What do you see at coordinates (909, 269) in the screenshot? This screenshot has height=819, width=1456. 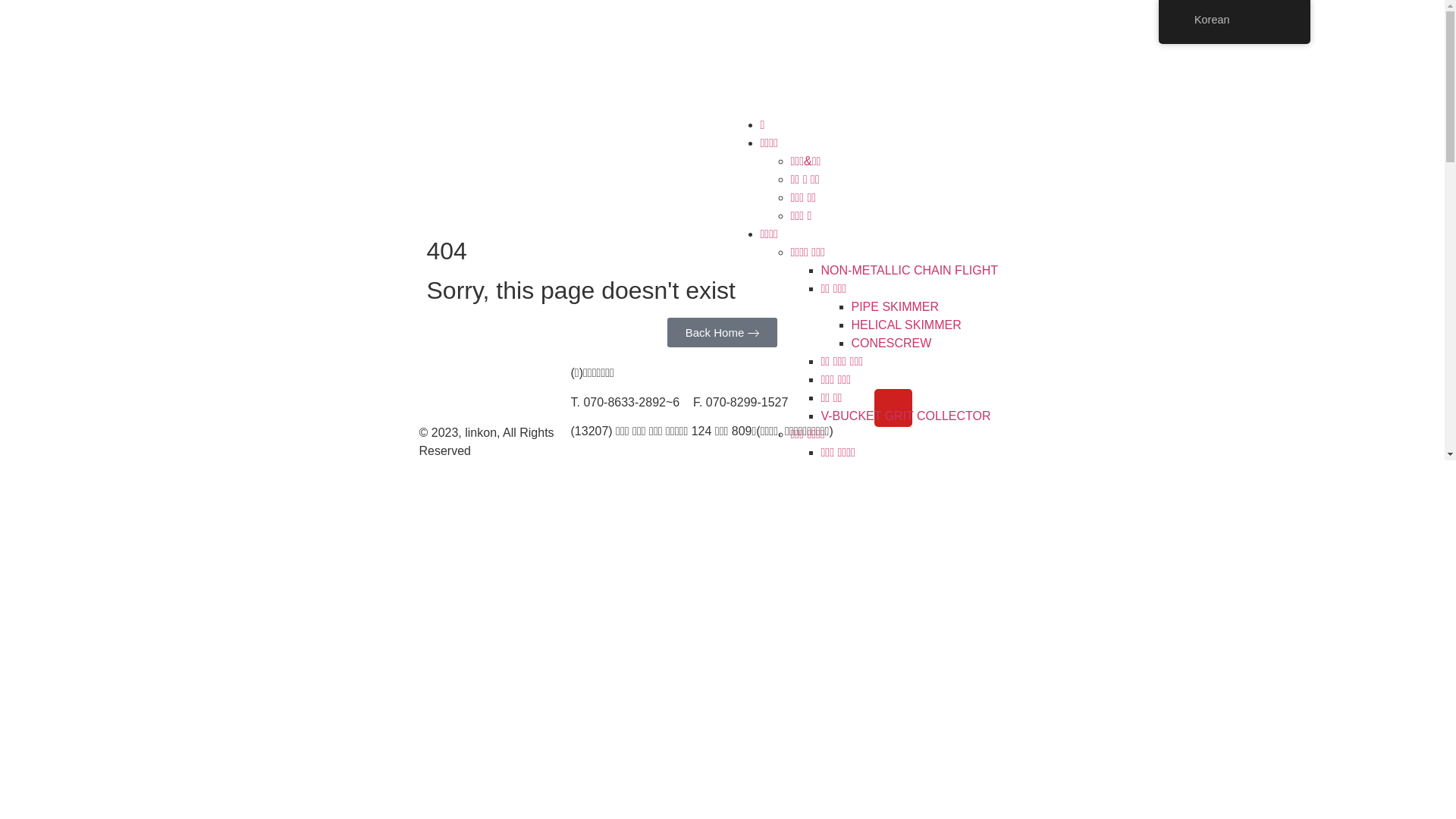 I see `'NON-METALLIC CHAIN FLIGHT'` at bounding box center [909, 269].